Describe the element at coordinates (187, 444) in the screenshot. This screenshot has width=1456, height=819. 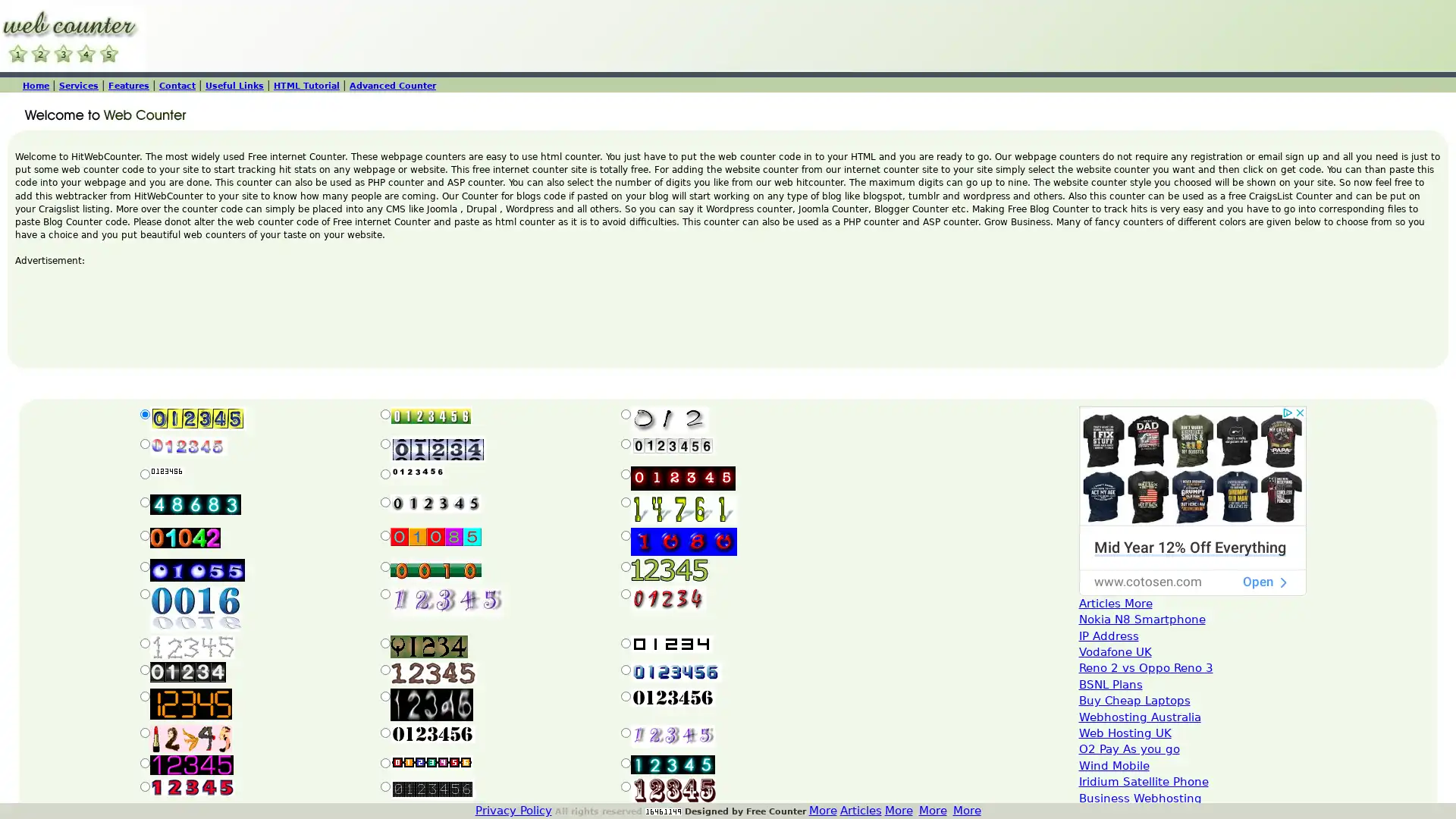
I see `Submit` at that location.